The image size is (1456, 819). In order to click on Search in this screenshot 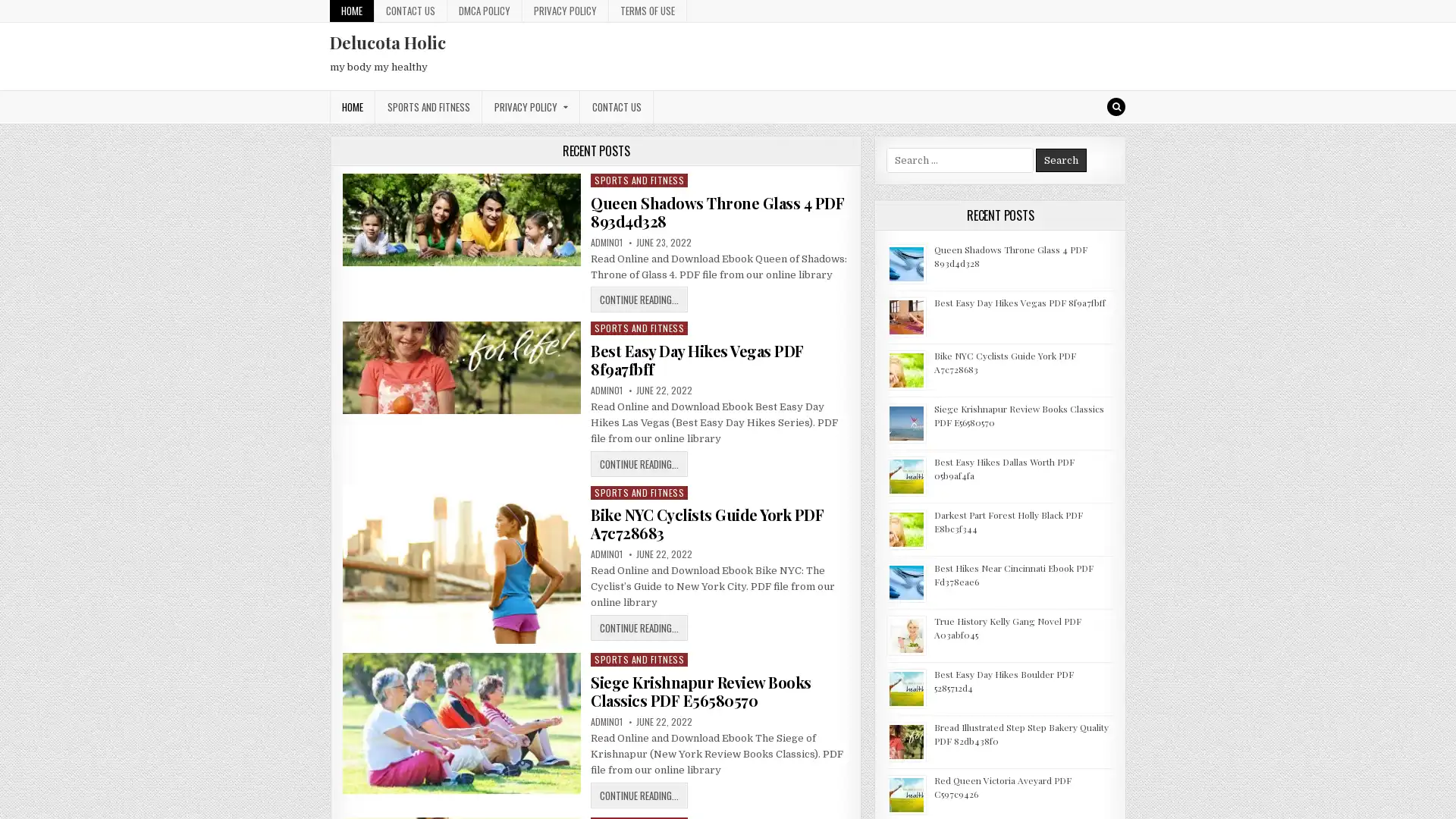, I will do `click(1060, 160)`.